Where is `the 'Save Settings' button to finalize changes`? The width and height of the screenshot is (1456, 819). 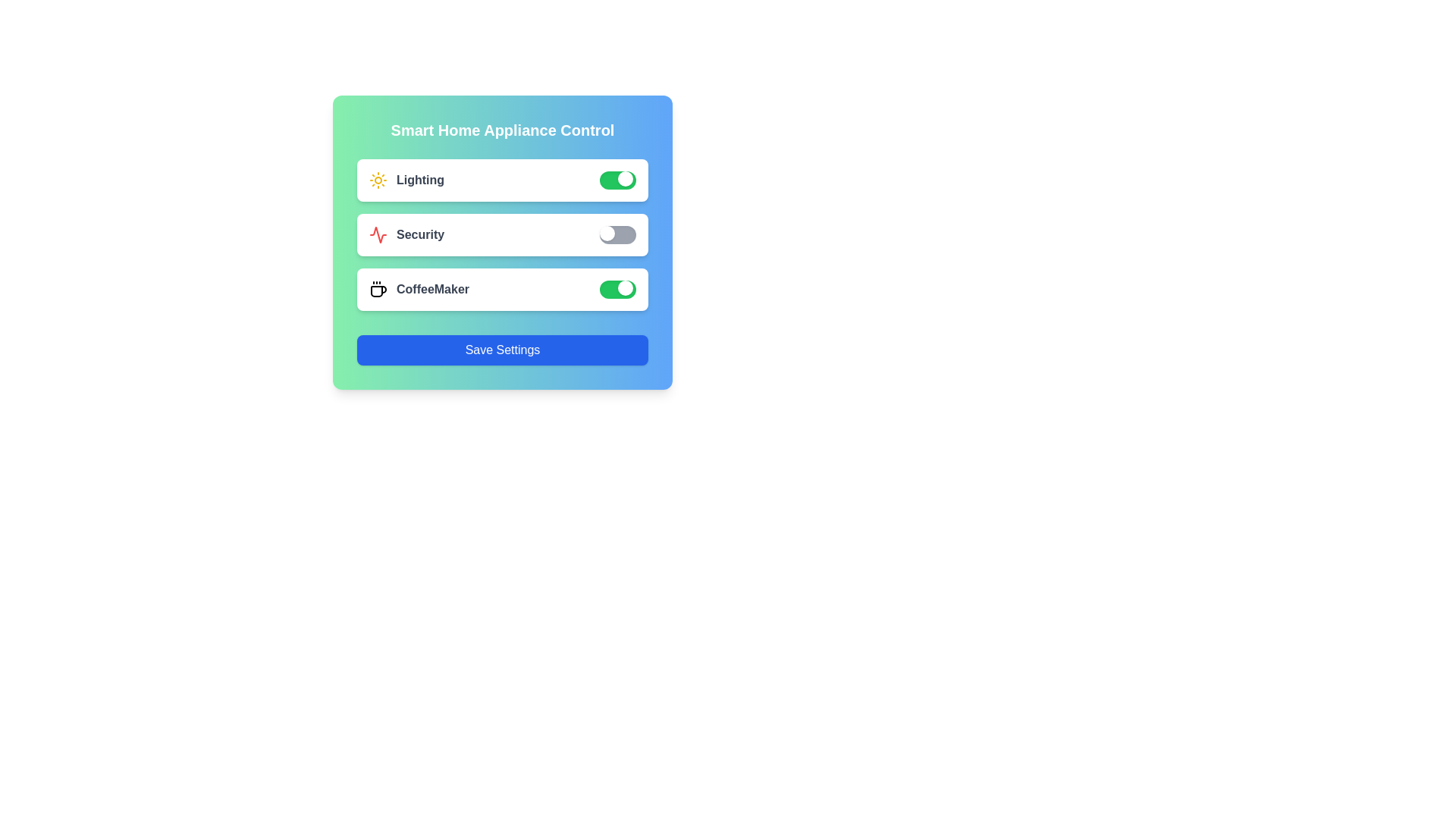
the 'Save Settings' button to finalize changes is located at coordinates (502, 350).